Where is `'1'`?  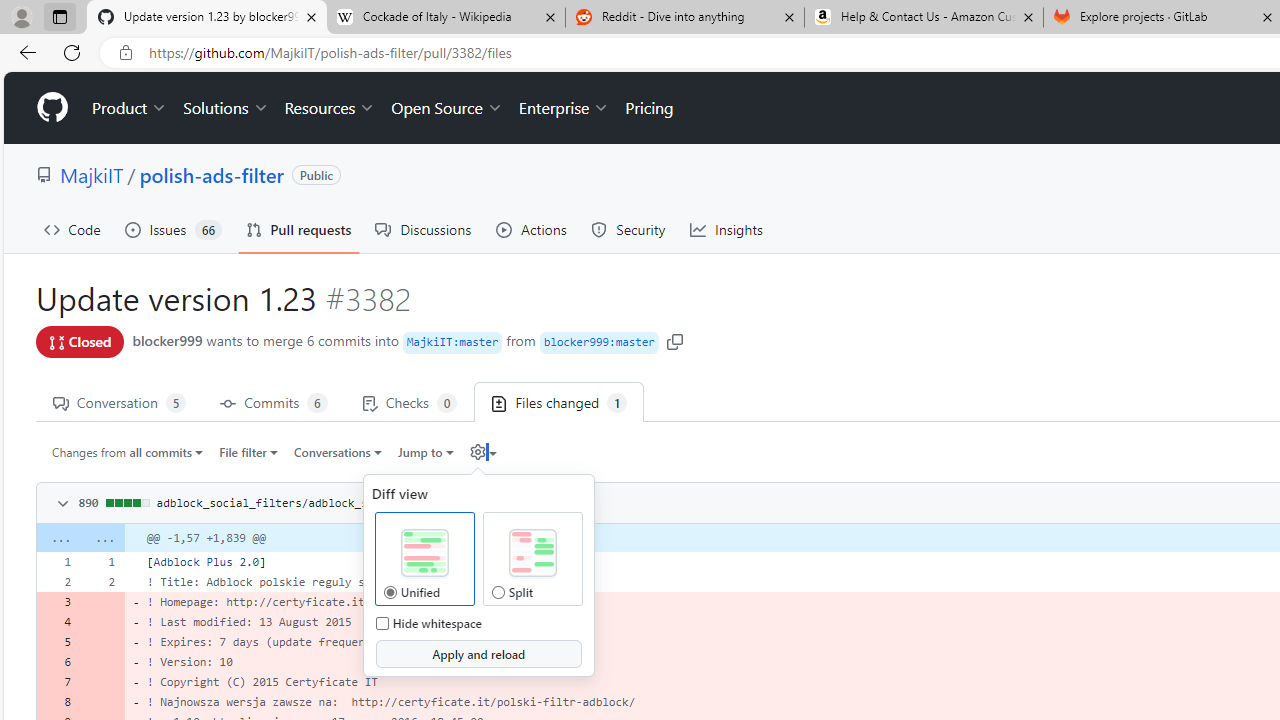 '1' is located at coordinates (102, 561).